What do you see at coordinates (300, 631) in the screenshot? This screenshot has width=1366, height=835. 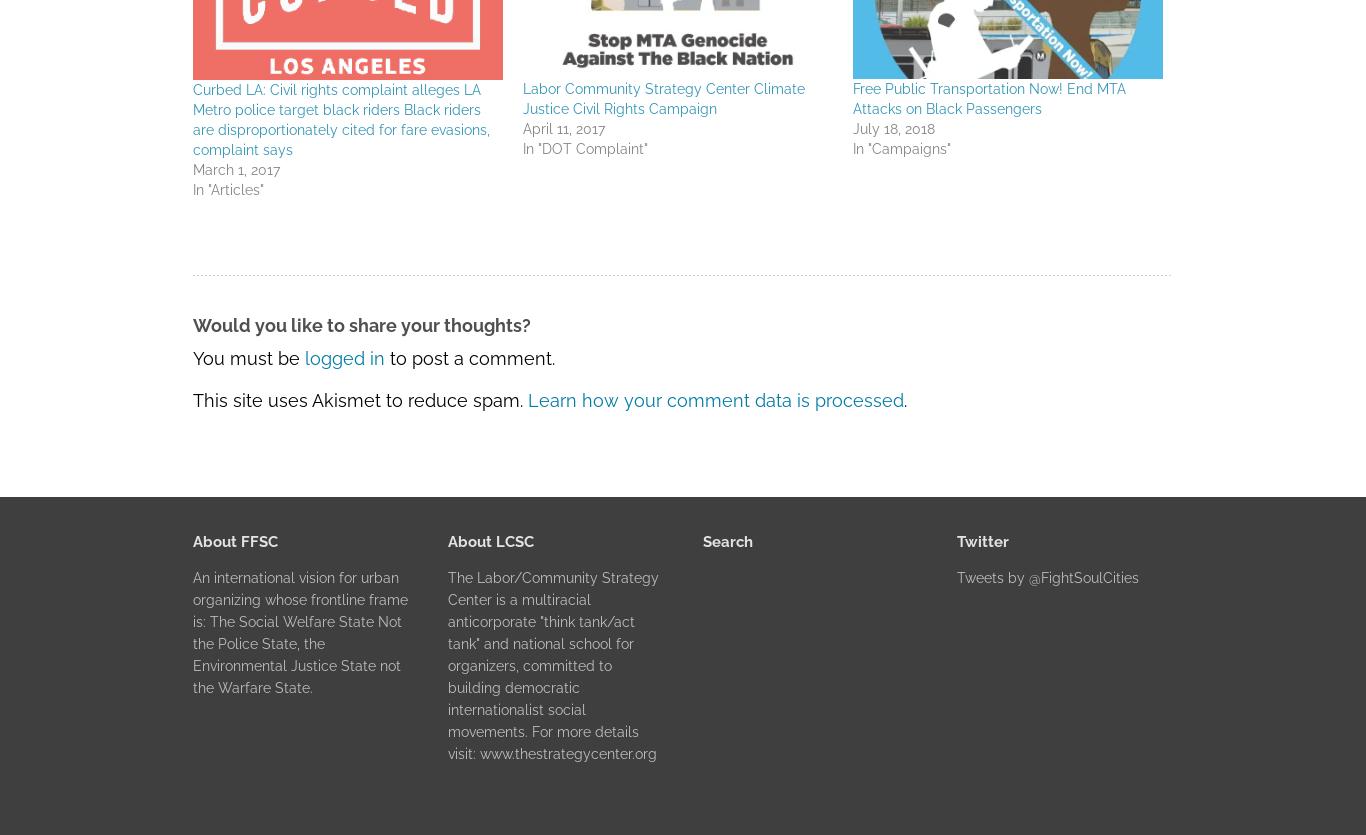 I see `'An international vision for urban organizing whose frontline frame is: The Social Welfare State Not the Police State, the Environmental Justice State not the Warfare State.'` at bounding box center [300, 631].